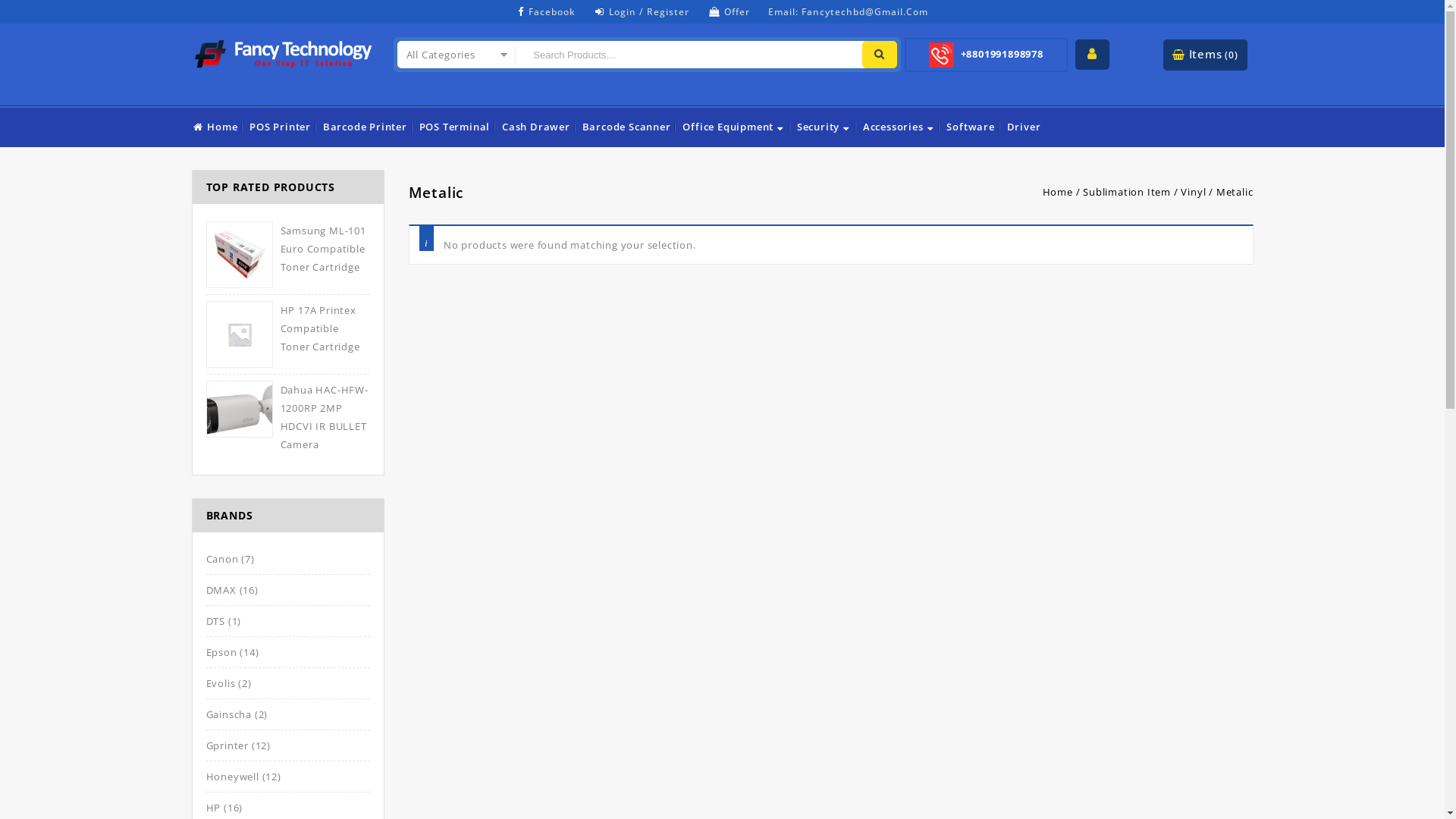 This screenshot has height=819, width=1456. I want to click on 'DTS', so click(215, 620).